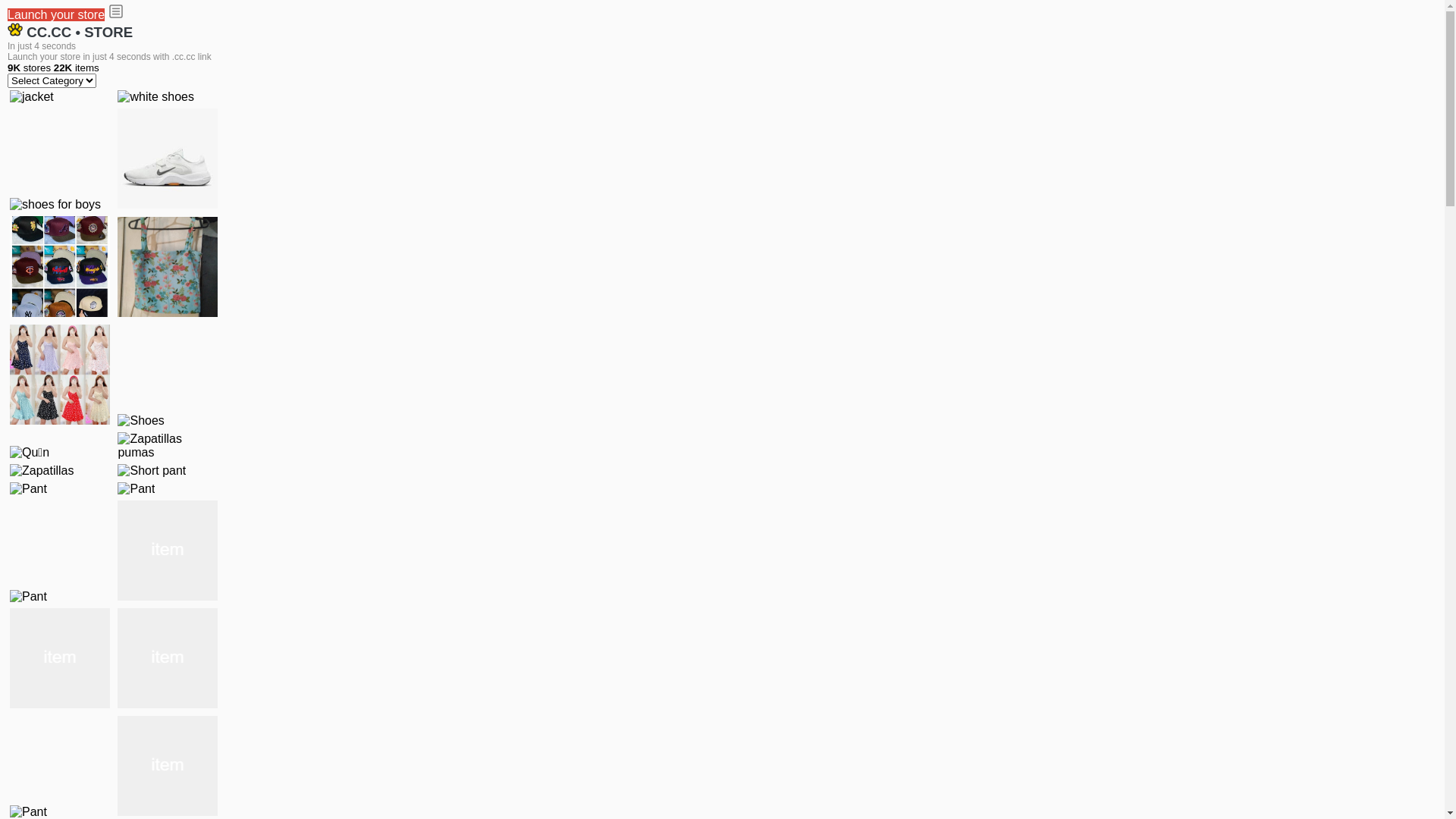  I want to click on 'Zapatillas pumas', so click(116, 444).